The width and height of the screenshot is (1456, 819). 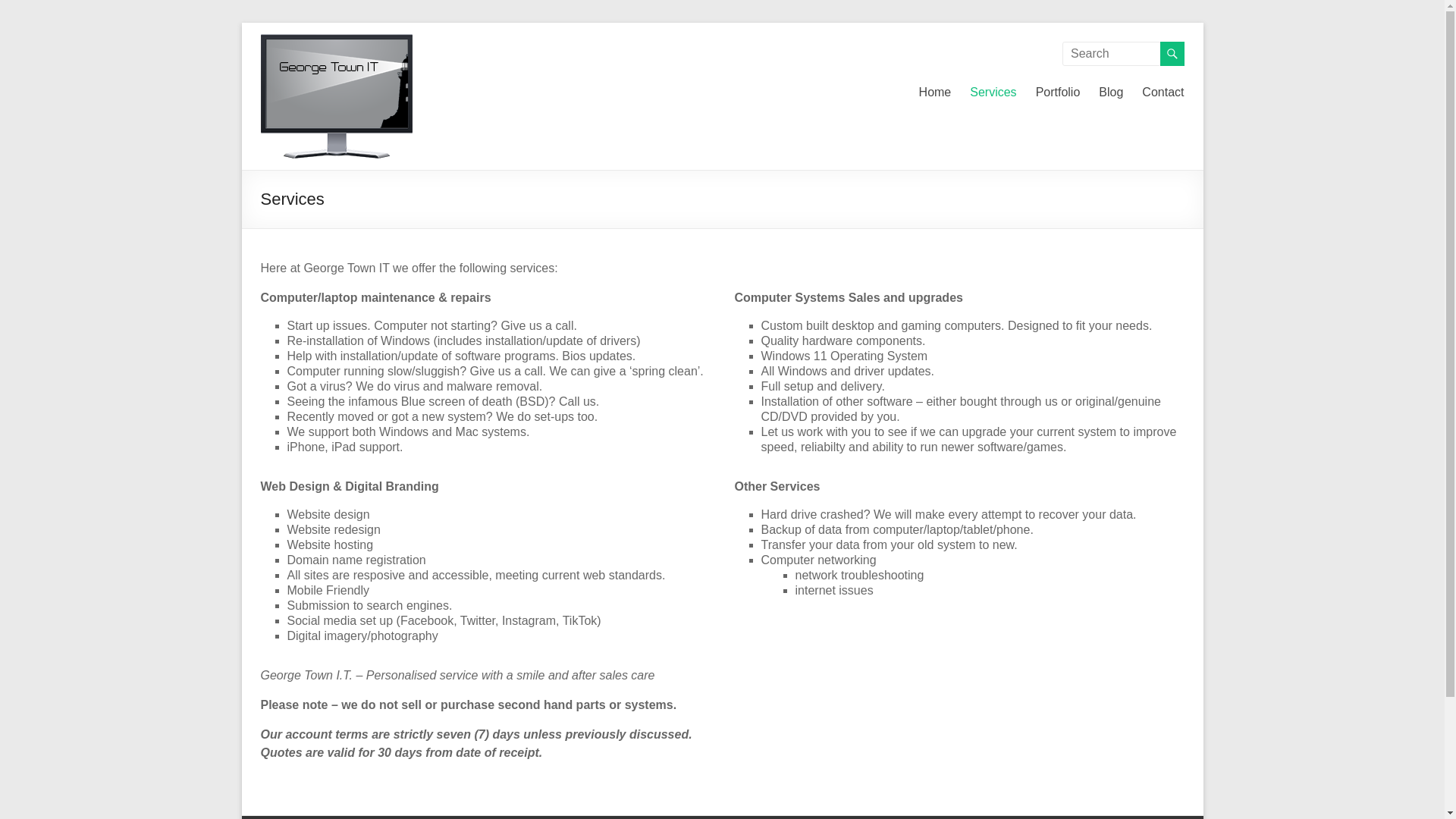 What do you see at coordinates (1162, 93) in the screenshot?
I see `'Contact'` at bounding box center [1162, 93].